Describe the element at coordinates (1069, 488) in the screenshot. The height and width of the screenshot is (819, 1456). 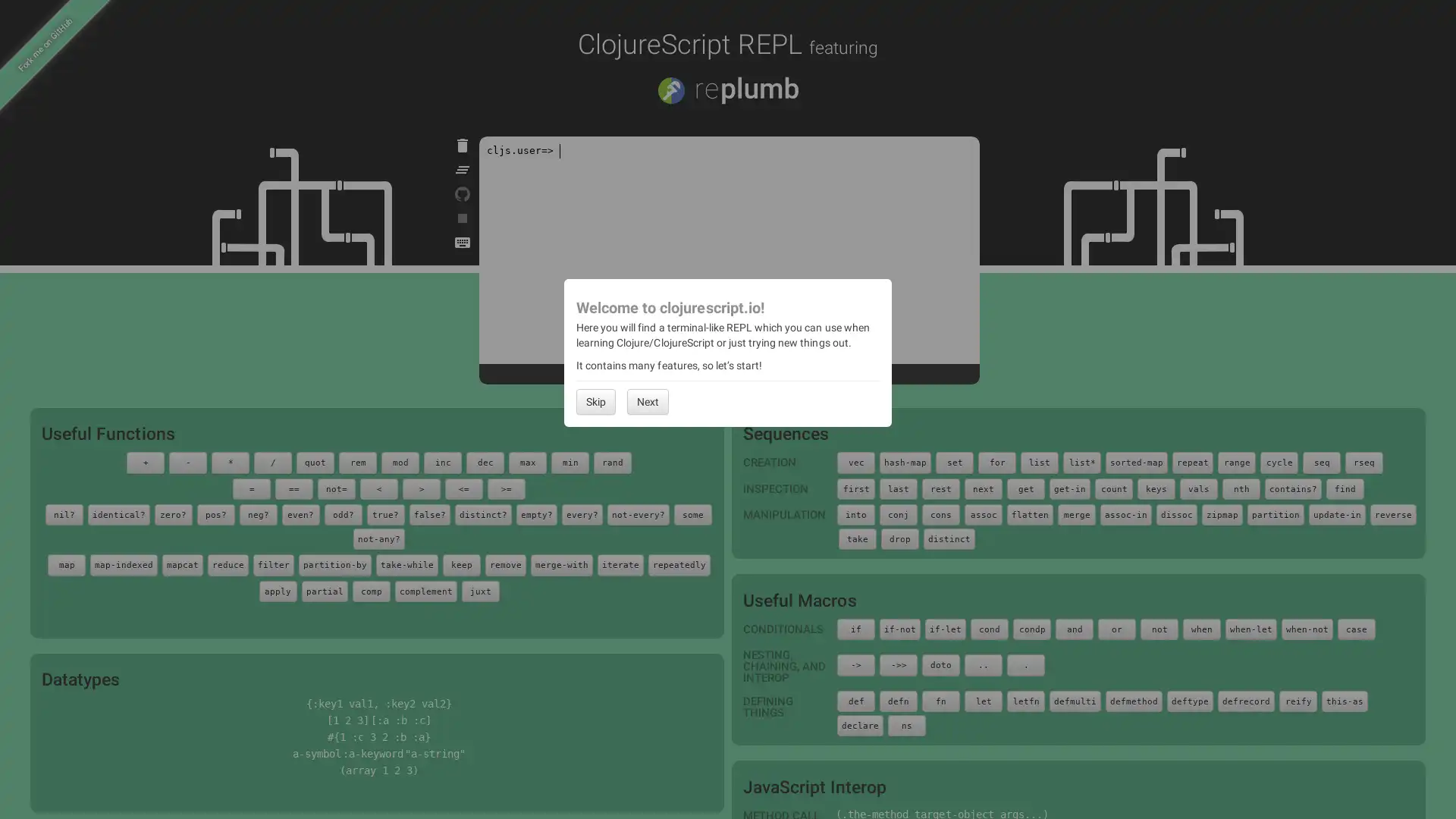
I see `get-in` at that location.